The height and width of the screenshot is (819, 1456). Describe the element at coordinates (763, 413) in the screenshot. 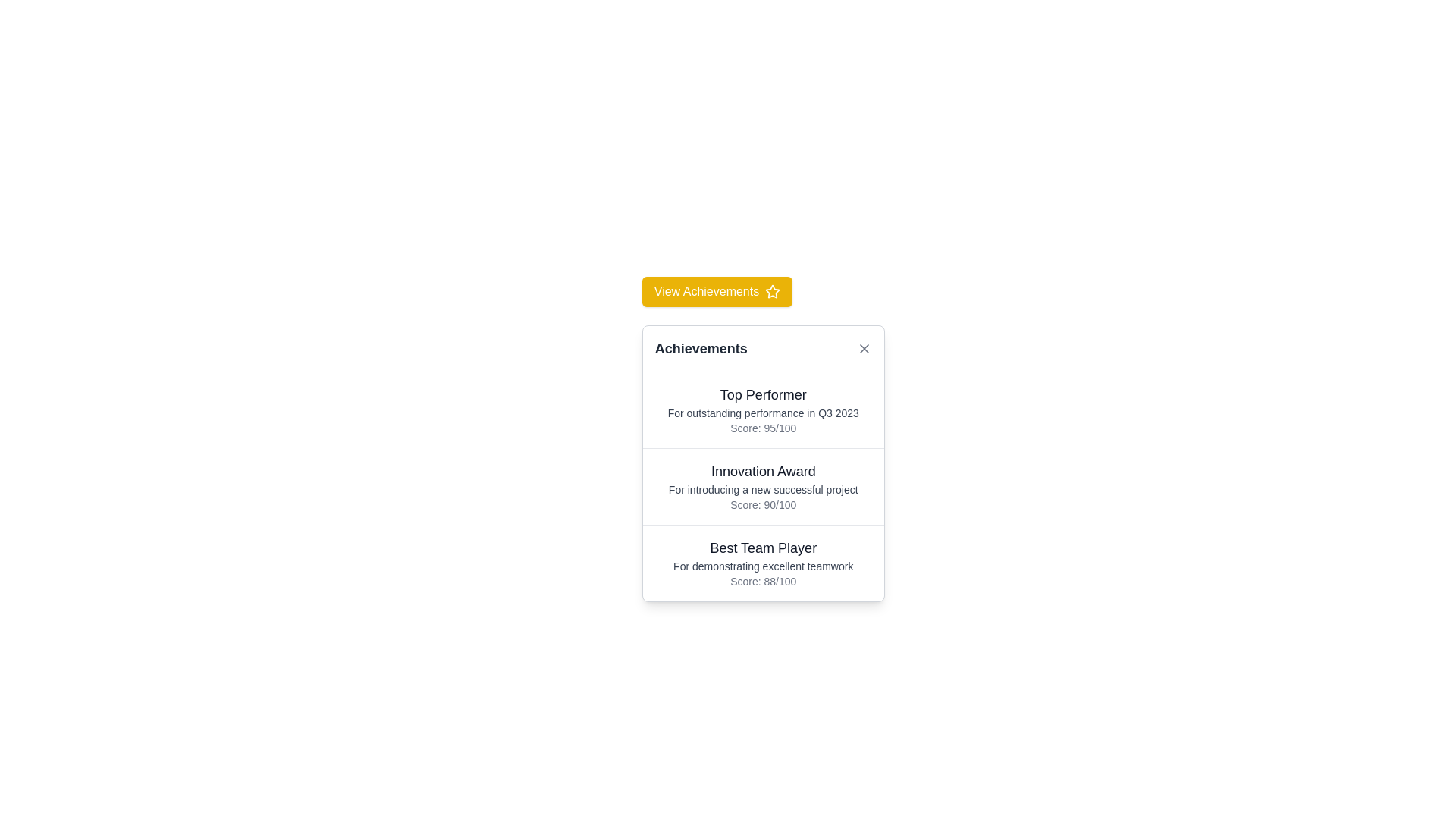

I see `the descriptive text label that provides additional context about the top performer's recognition award, located below the title 'Top Performer'` at that location.